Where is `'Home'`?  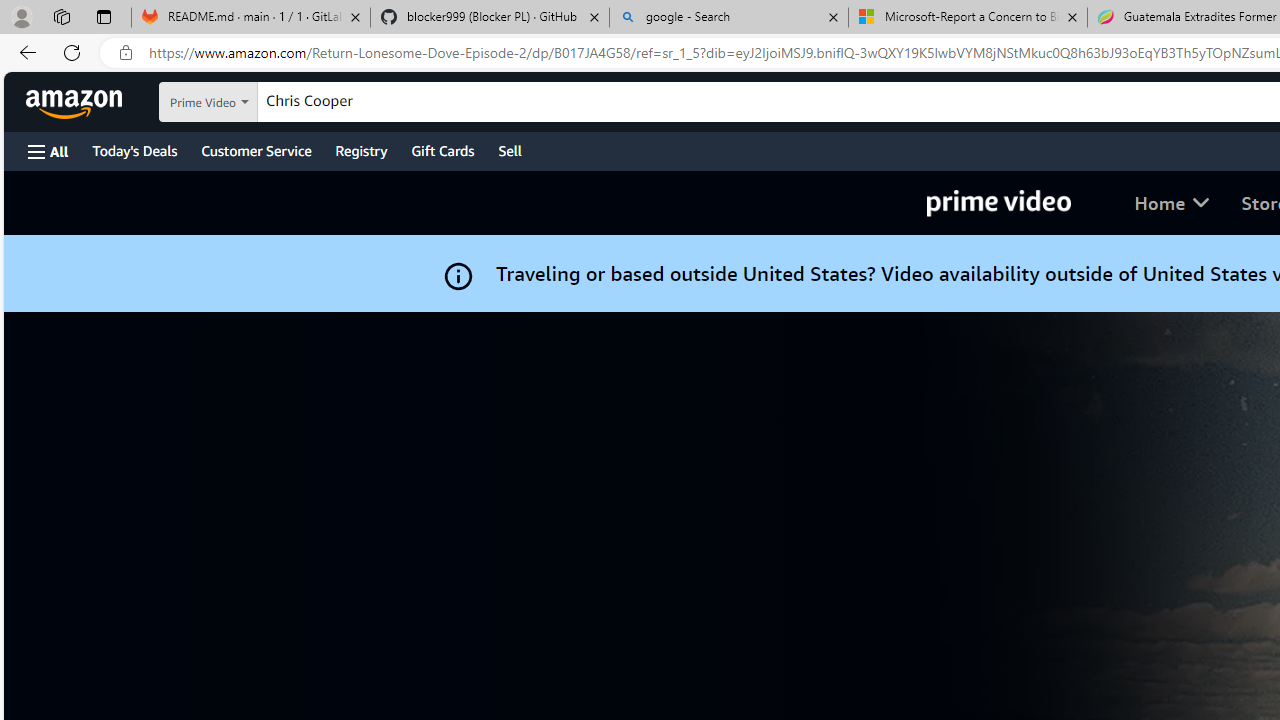 'Home' is located at coordinates (1171, 203).